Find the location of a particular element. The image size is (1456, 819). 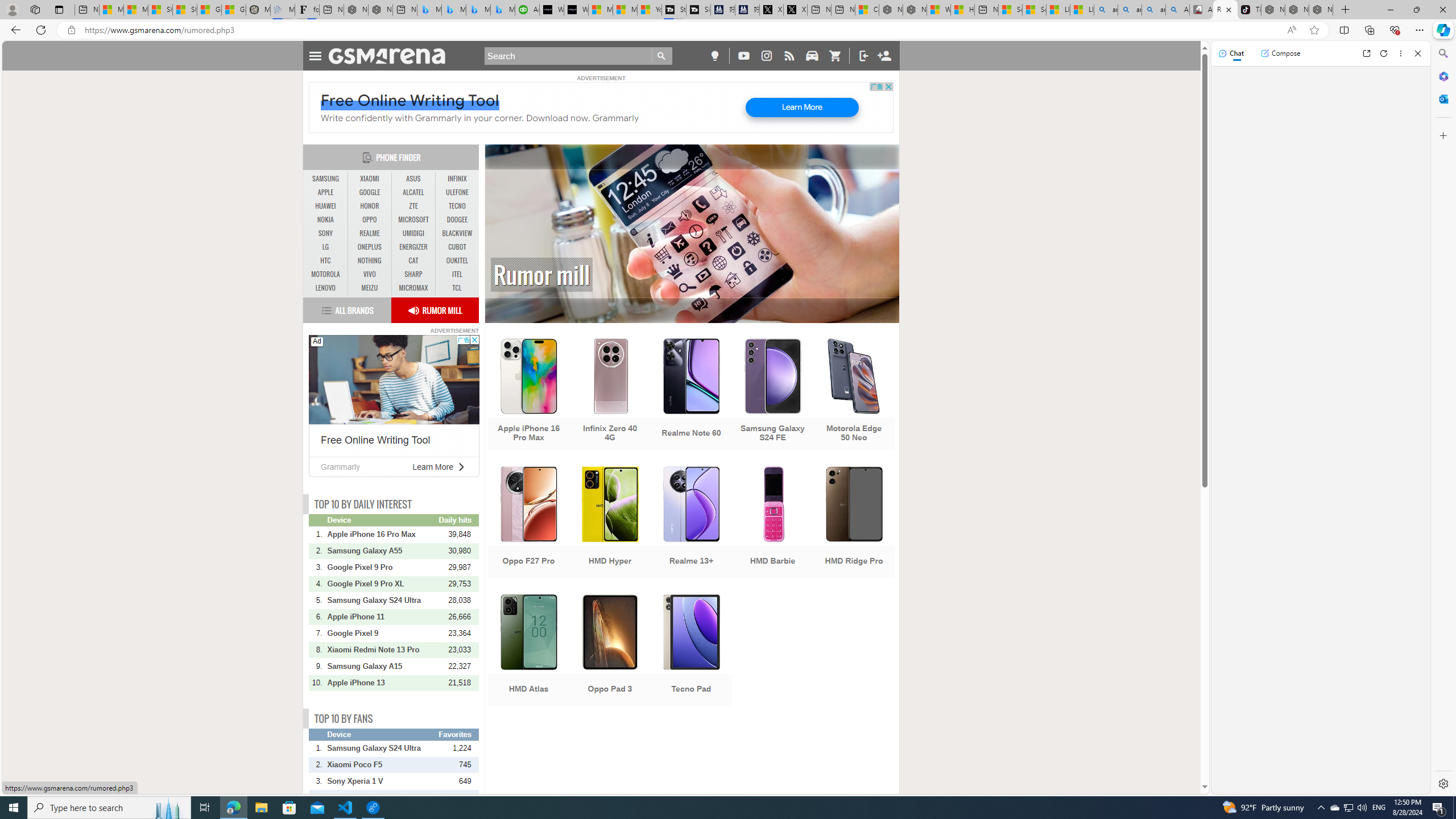

'ULEFONE' is located at coordinates (457, 192).